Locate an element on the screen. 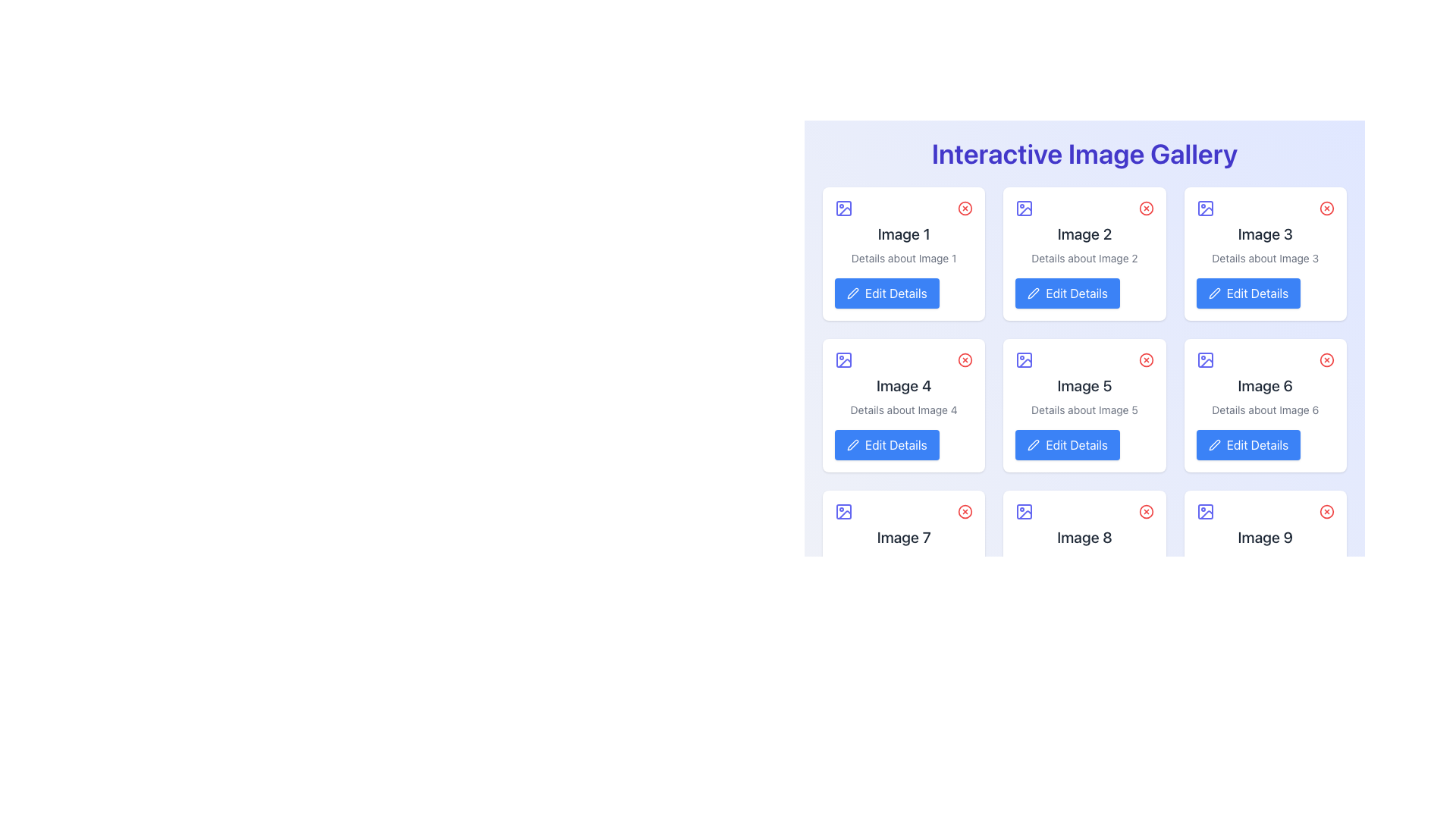 The image size is (1456, 819). the 'Edit Details' button with a blue background and pen icon located in the card labeled 'Image 6' is located at coordinates (1248, 444).